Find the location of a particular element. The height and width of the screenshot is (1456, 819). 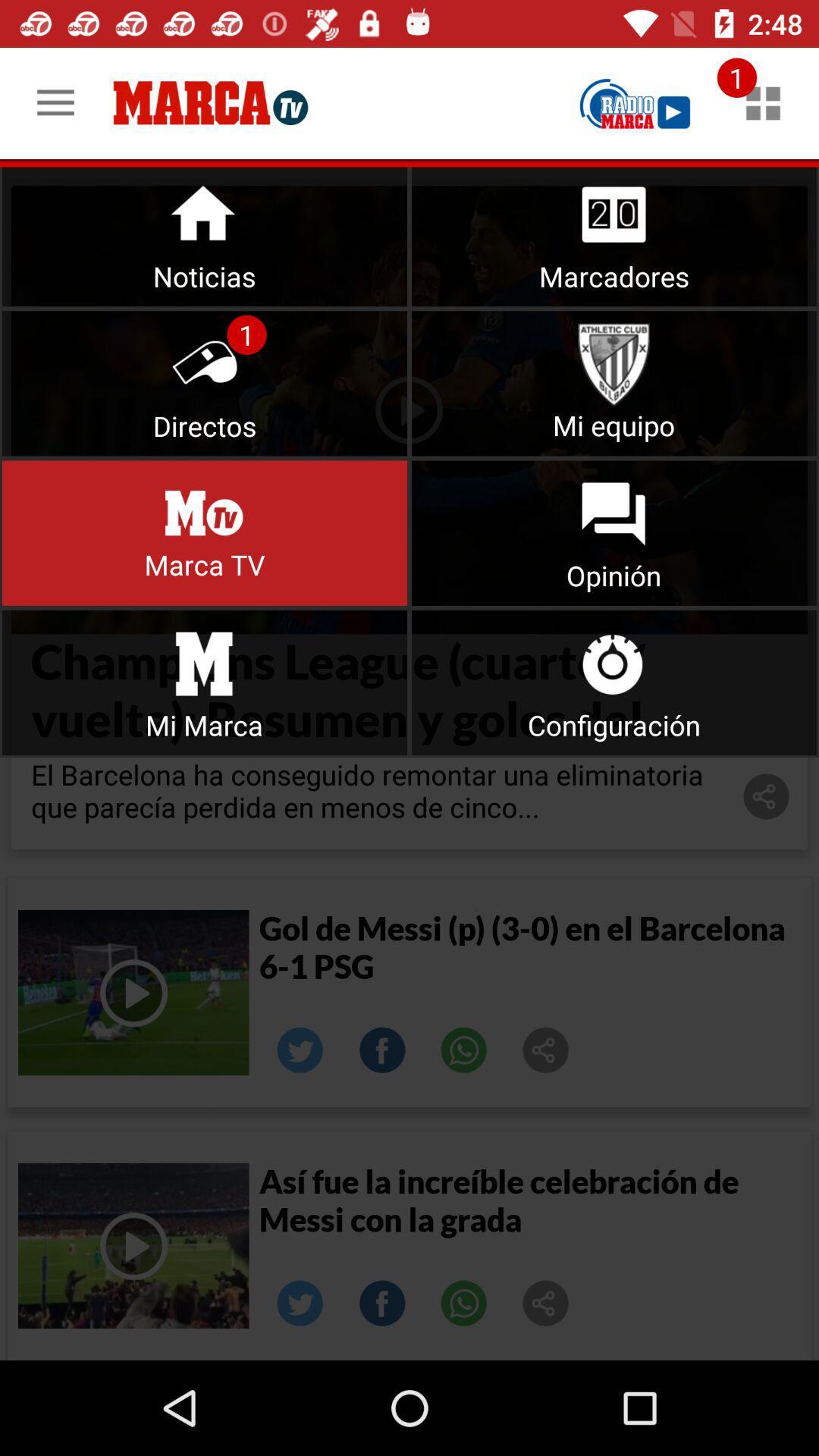

choose opinion option is located at coordinates (614, 533).